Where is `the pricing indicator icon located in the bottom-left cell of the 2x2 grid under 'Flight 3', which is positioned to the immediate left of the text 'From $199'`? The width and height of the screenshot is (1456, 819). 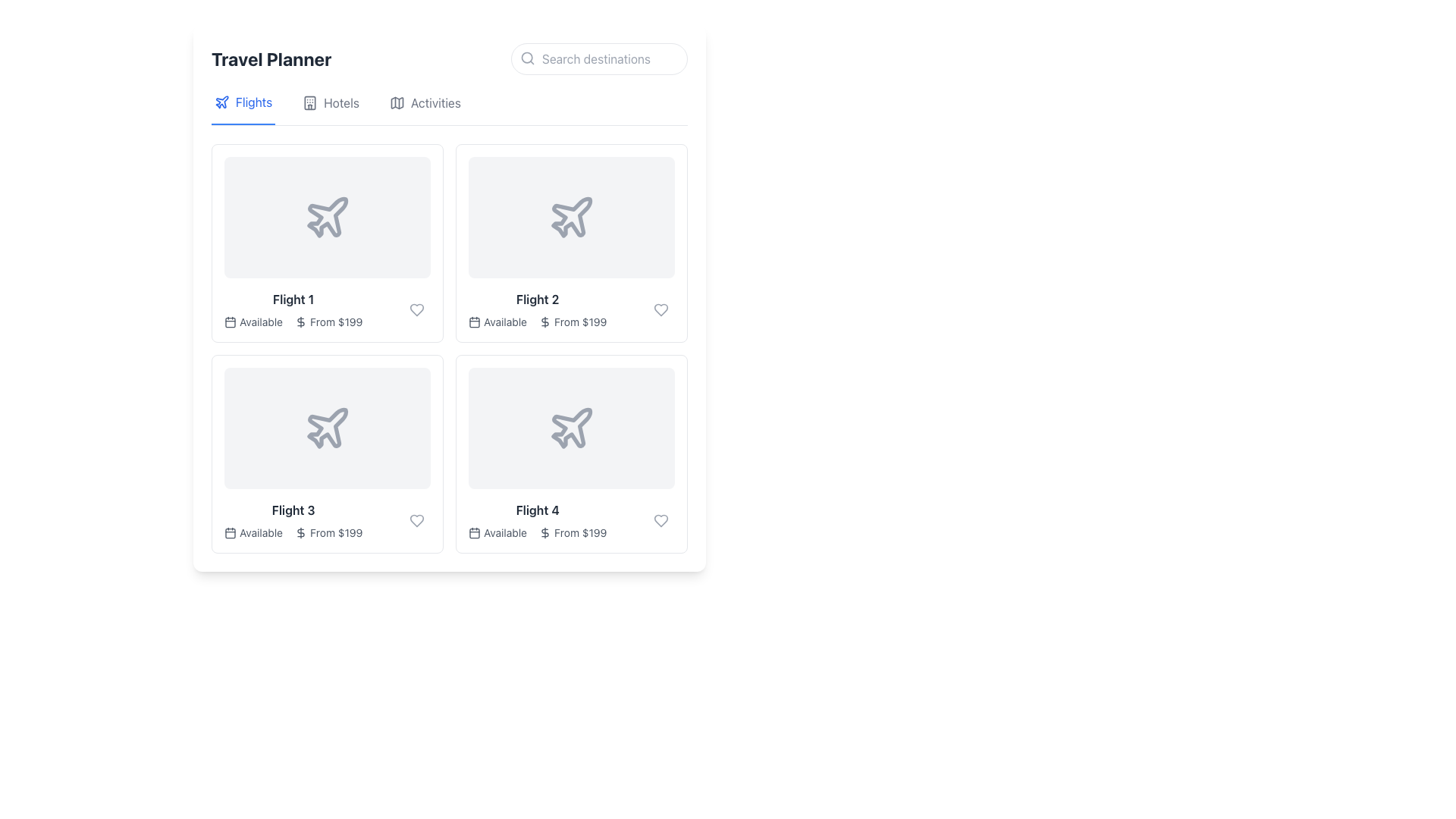
the pricing indicator icon located in the bottom-left cell of the 2x2 grid under 'Flight 3', which is positioned to the immediate left of the text 'From $199' is located at coordinates (301, 532).